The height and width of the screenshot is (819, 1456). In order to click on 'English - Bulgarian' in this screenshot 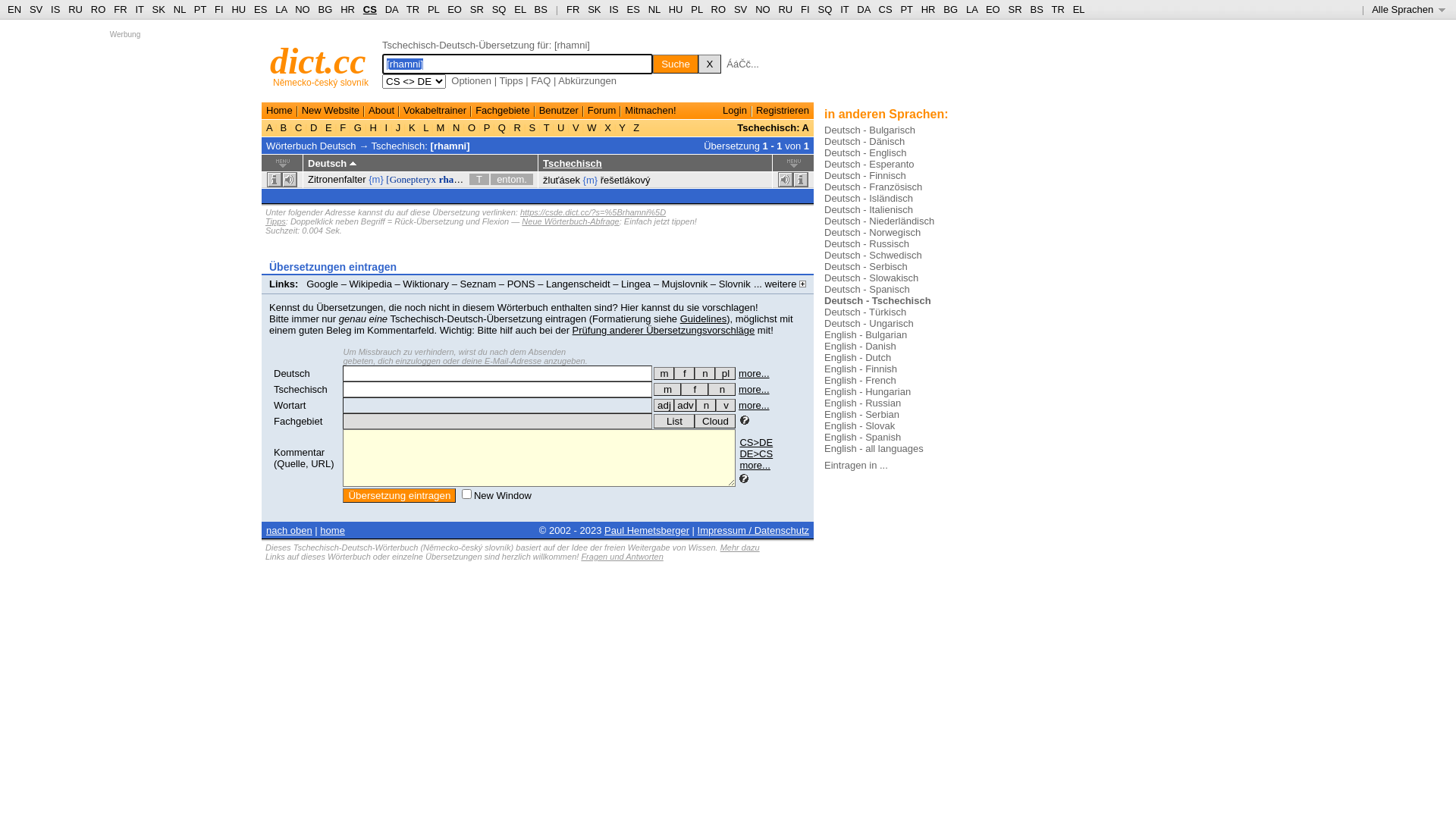, I will do `click(865, 334)`.